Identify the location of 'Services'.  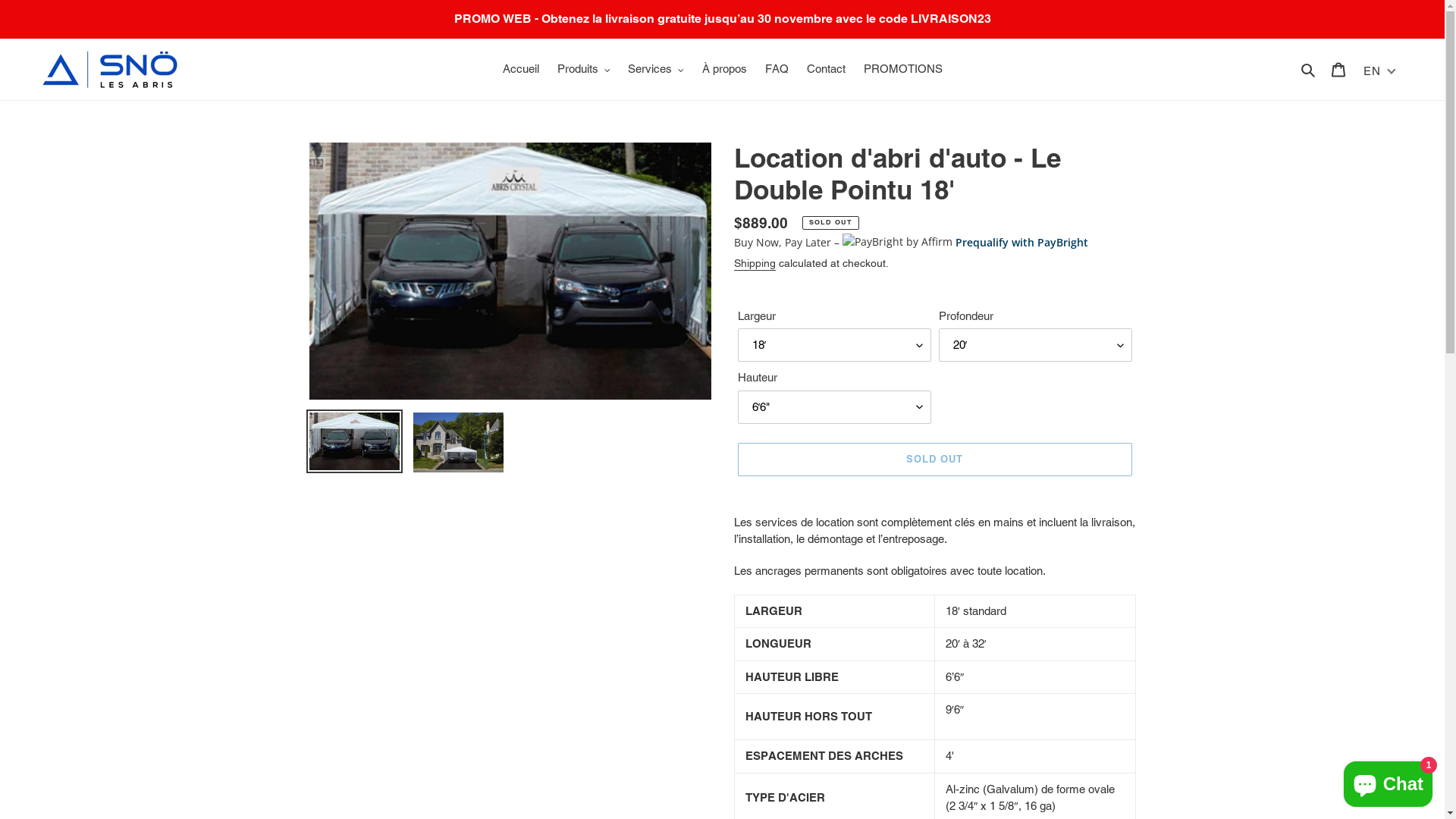
(655, 69).